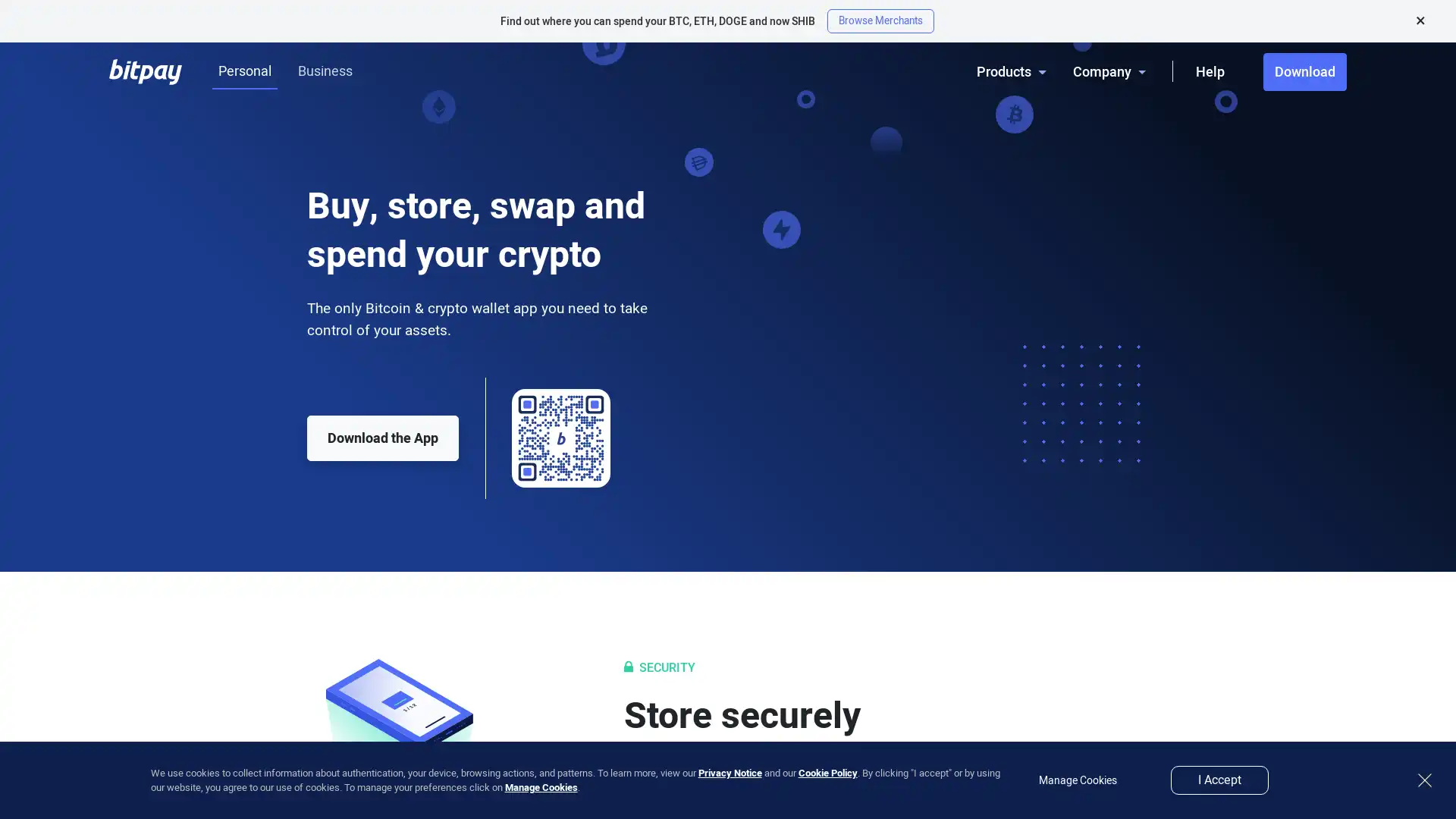  I want to click on I Accept, so click(1219, 780).